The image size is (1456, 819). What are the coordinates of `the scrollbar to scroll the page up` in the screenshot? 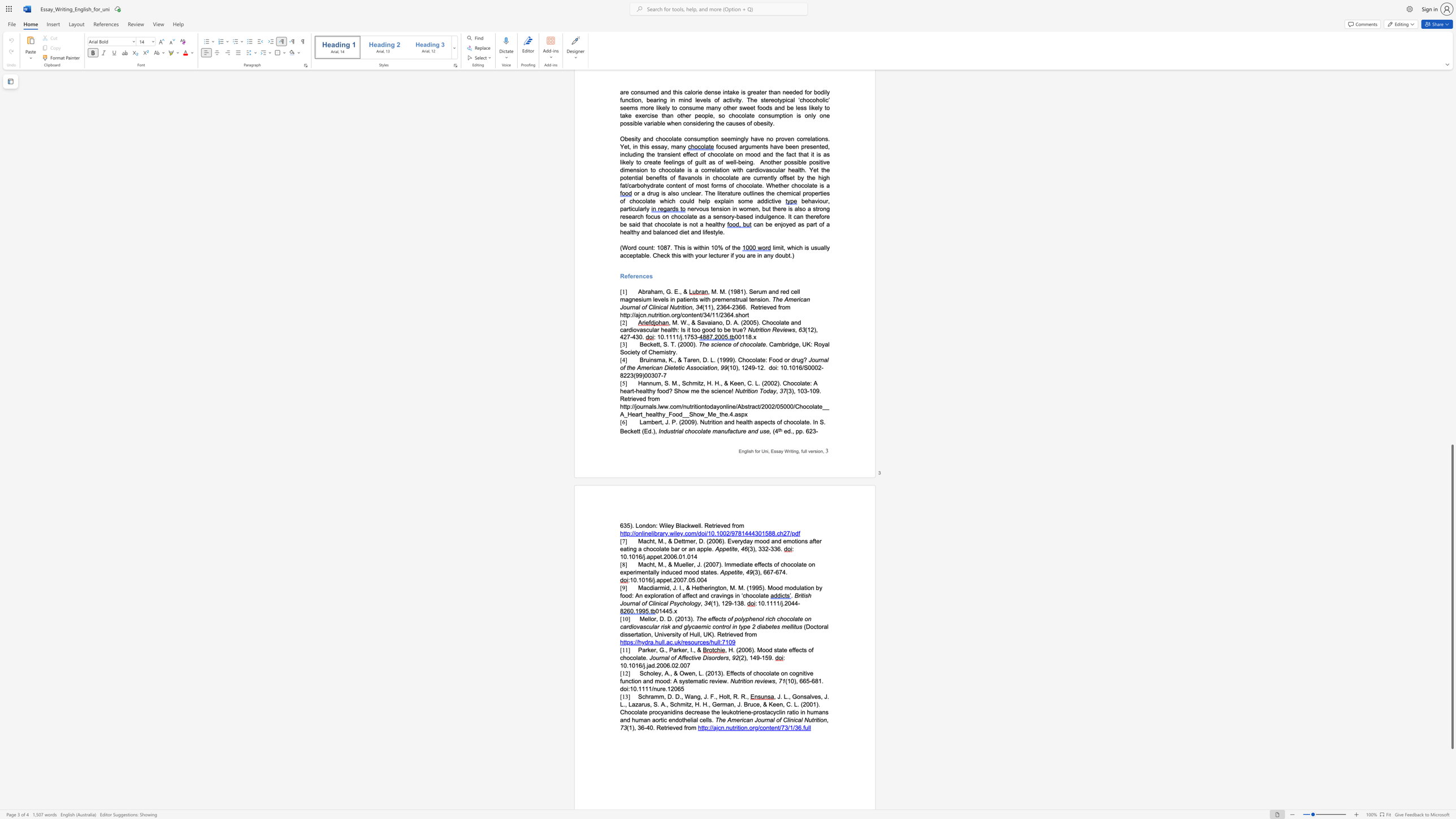 It's located at (1451, 367).